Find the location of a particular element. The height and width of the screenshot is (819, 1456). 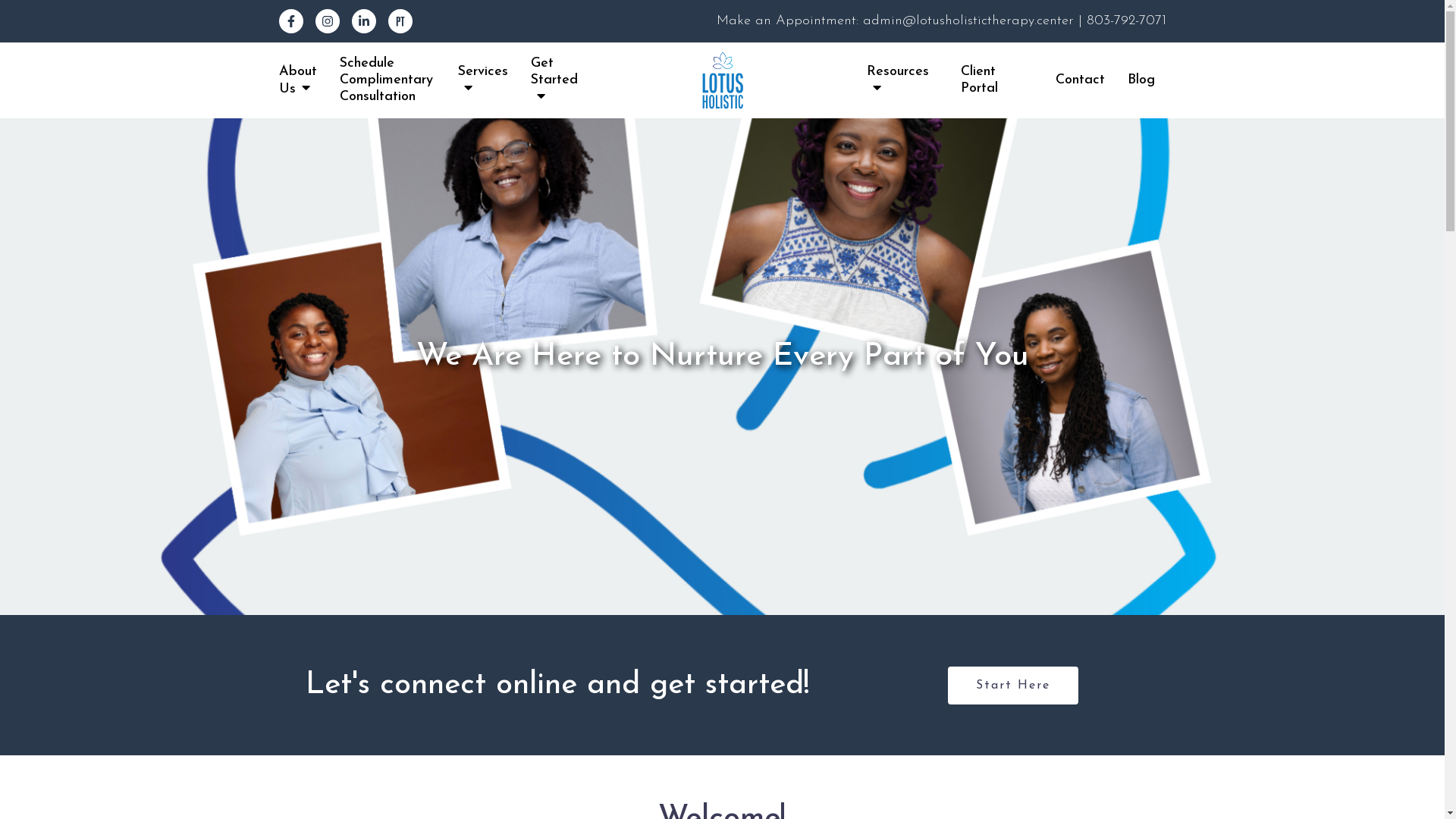

'Start Here' is located at coordinates (946, 684).